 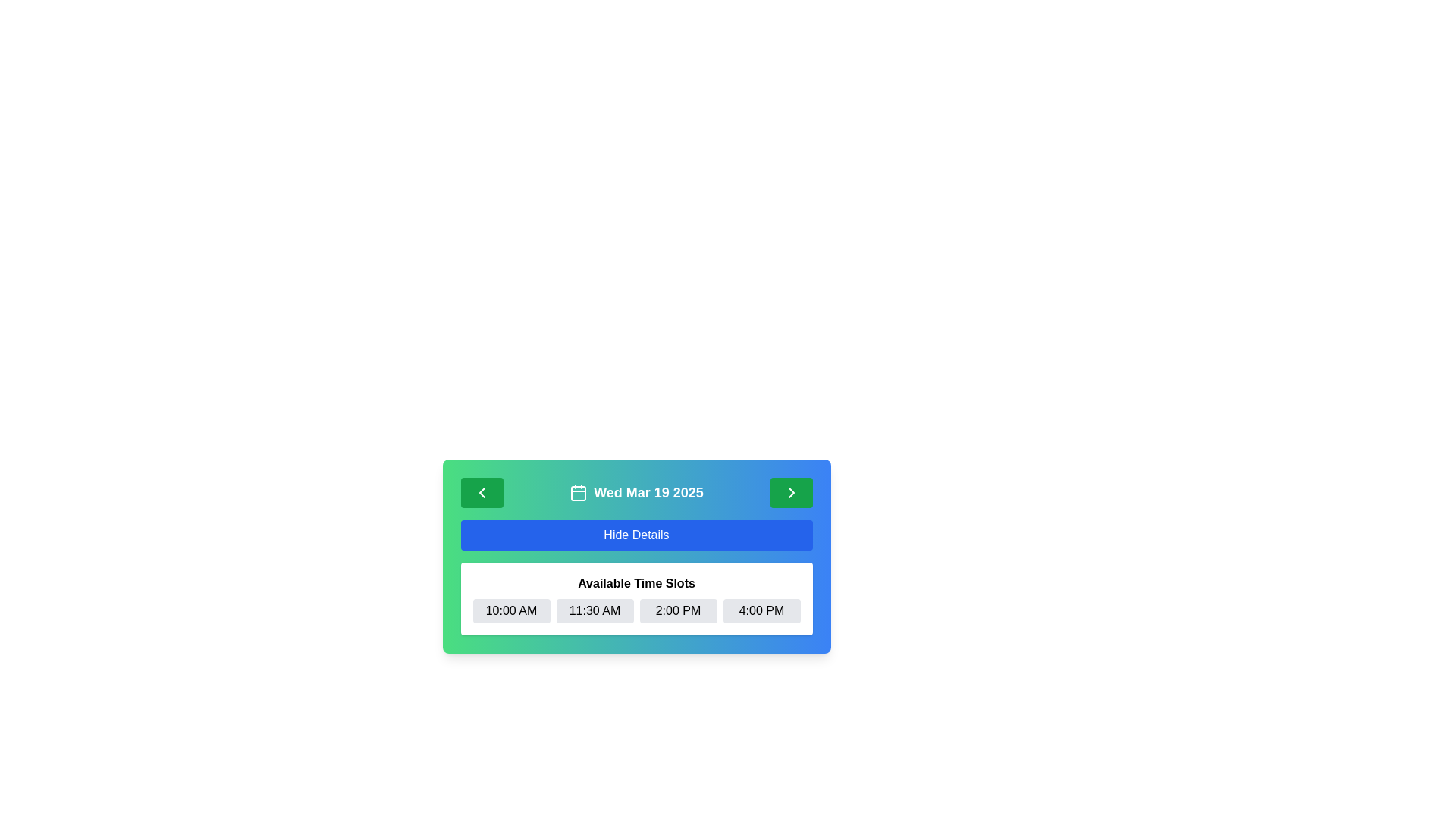 I want to click on the calendar icon component, which is a rectangular area of the calendar body situated between two arrow buttons on the top bar of the interface, so click(x=578, y=494).